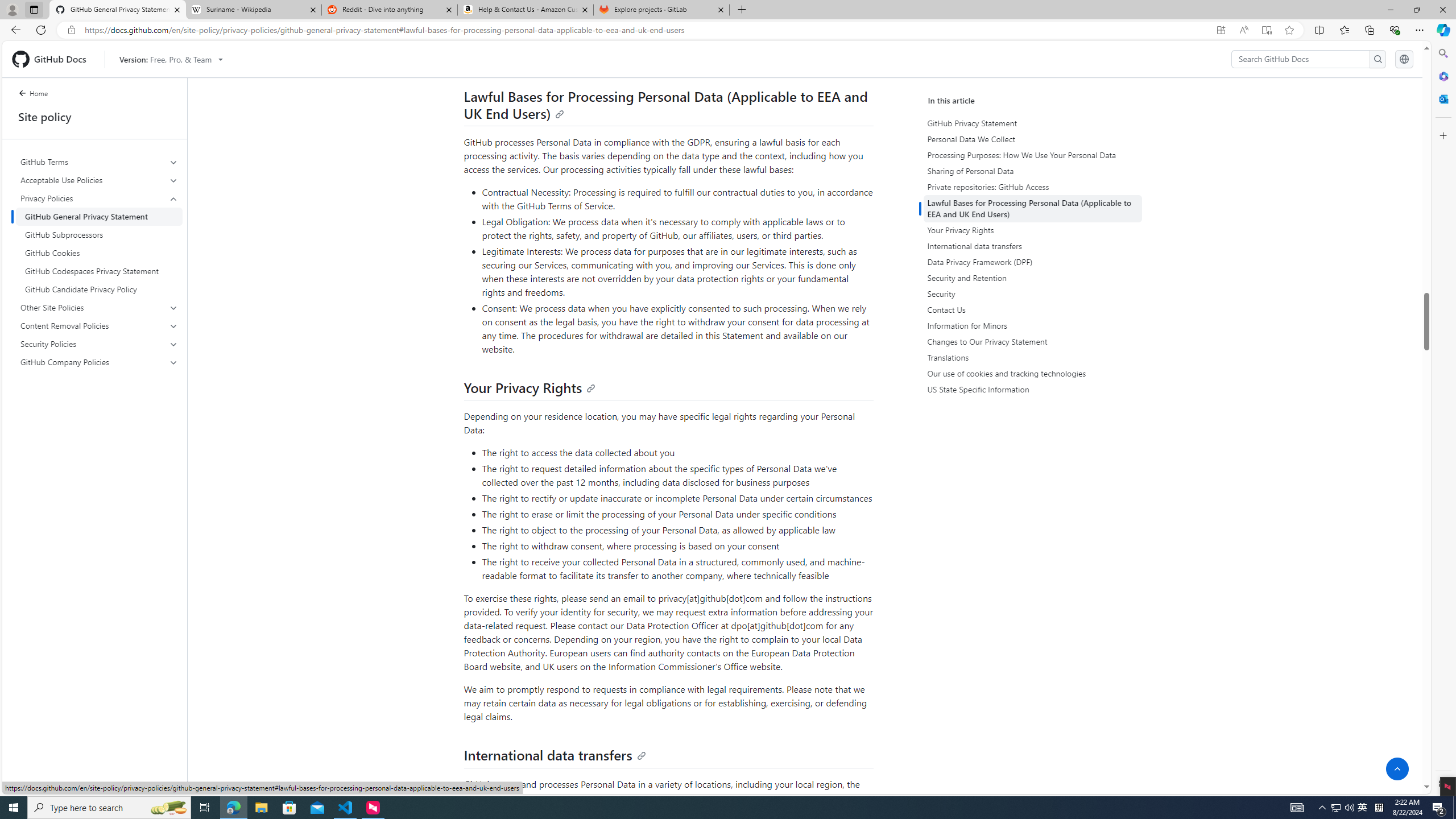 The width and height of the screenshot is (1456, 819). I want to click on 'Private repositories: GitHub Access', so click(1032, 187).